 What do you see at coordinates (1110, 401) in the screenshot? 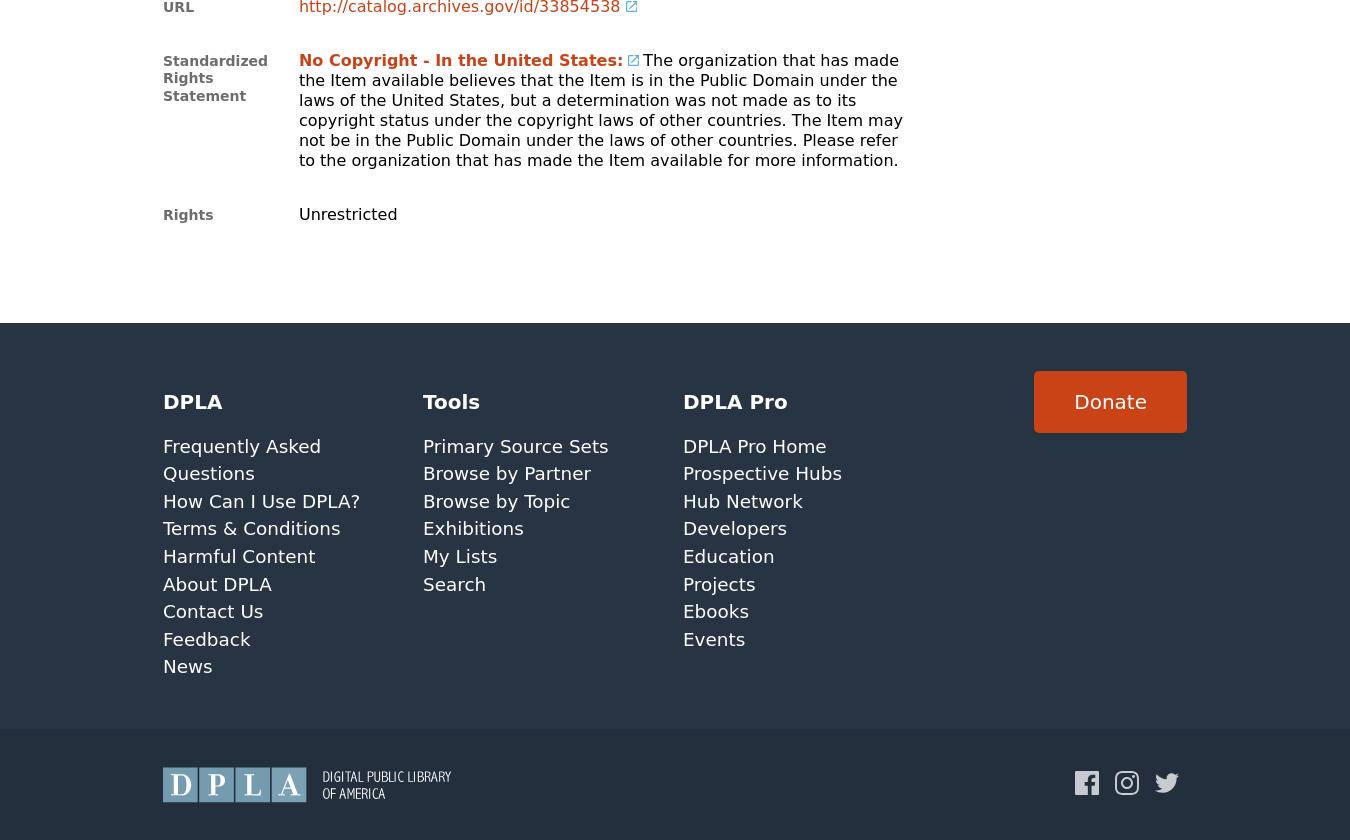
I see `'Donate'` at bounding box center [1110, 401].